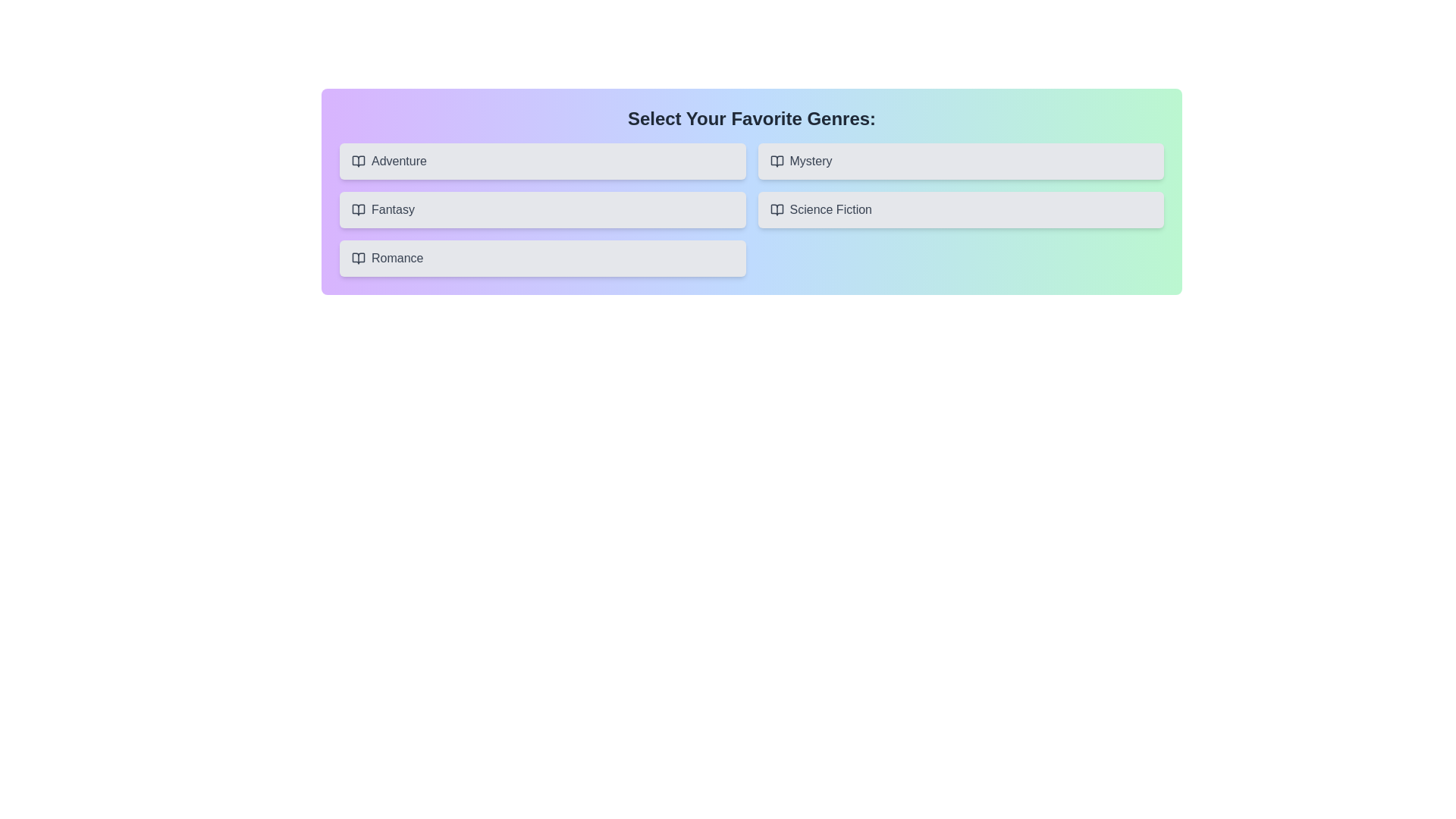 The image size is (1456, 819). What do you see at coordinates (960, 161) in the screenshot?
I see `the button corresponding to the genre Mystery` at bounding box center [960, 161].